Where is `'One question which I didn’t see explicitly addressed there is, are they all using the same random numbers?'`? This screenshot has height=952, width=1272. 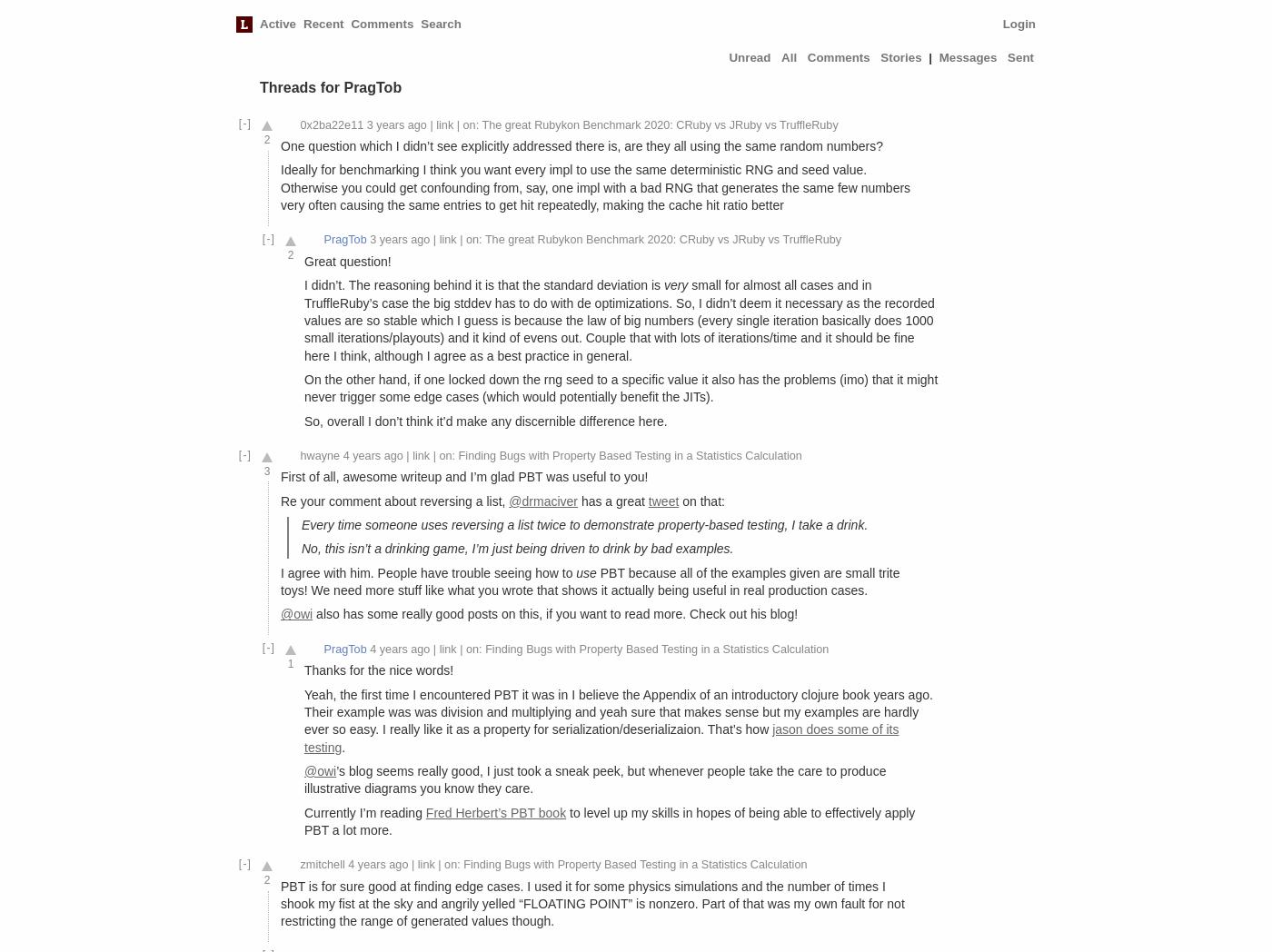 'One question which I didn’t see explicitly addressed there is, are they all using the same random numbers?' is located at coordinates (581, 145).